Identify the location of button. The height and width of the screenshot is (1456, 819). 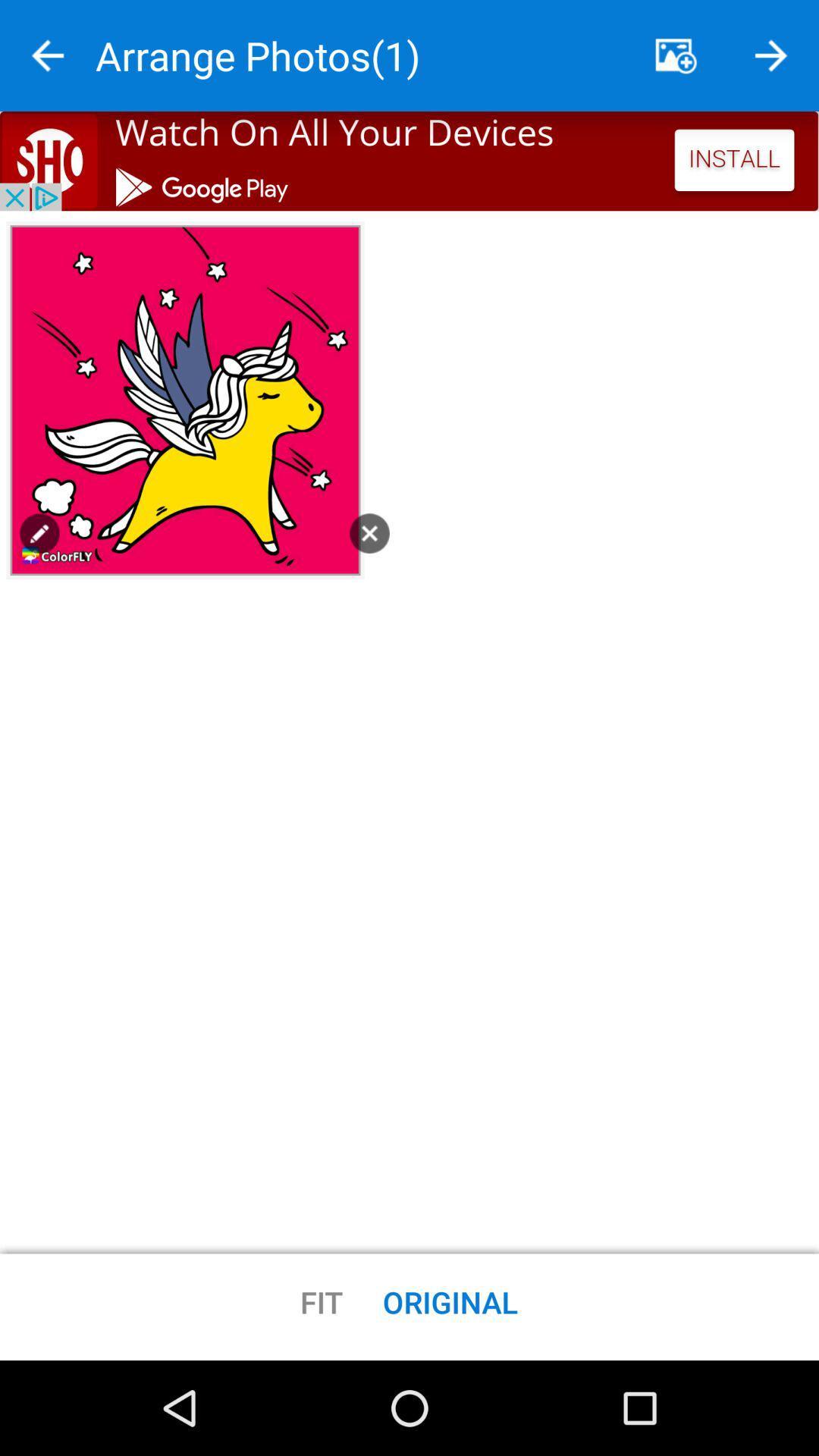
(369, 533).